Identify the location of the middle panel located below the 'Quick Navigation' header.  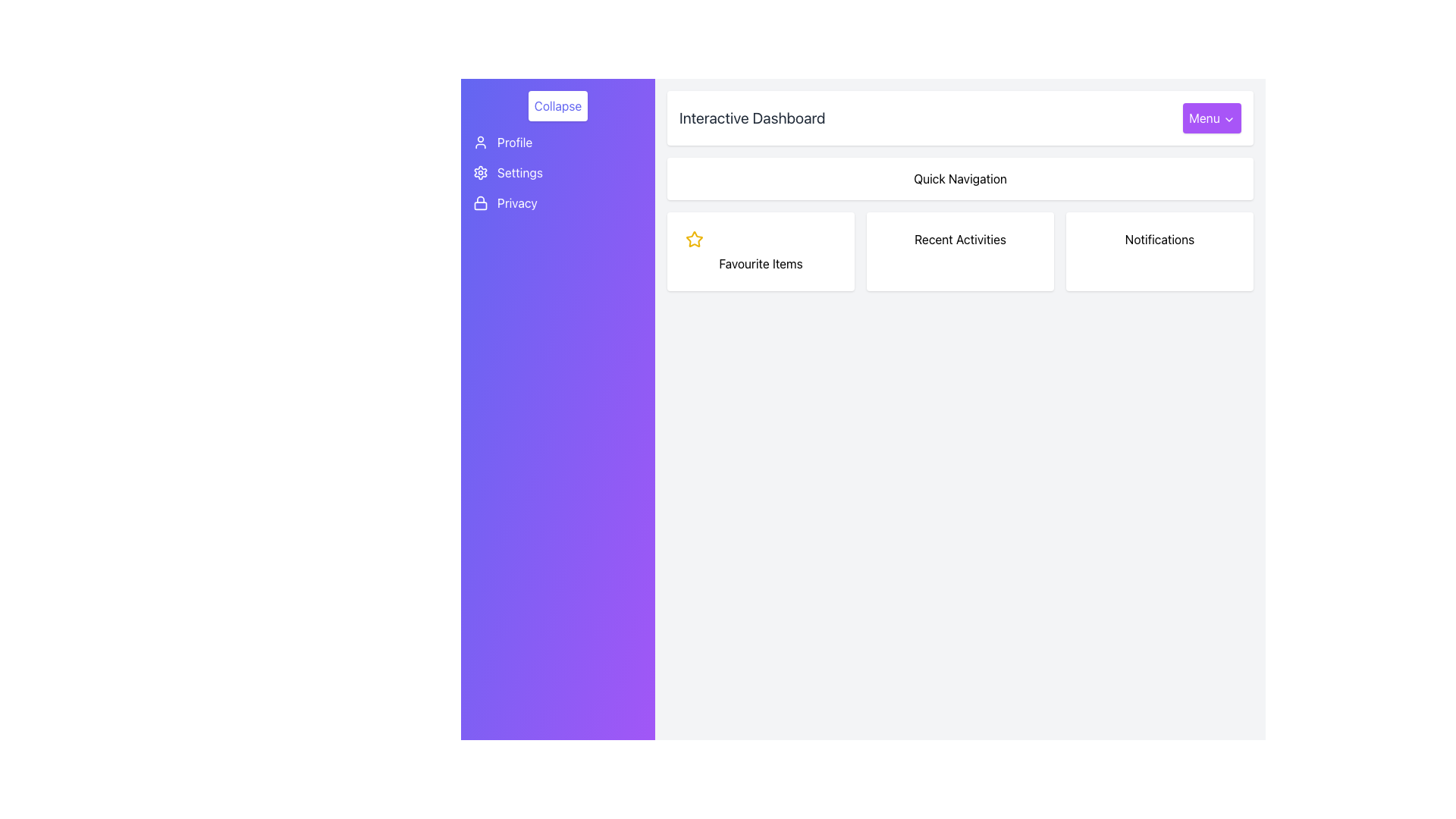
(959, 250).